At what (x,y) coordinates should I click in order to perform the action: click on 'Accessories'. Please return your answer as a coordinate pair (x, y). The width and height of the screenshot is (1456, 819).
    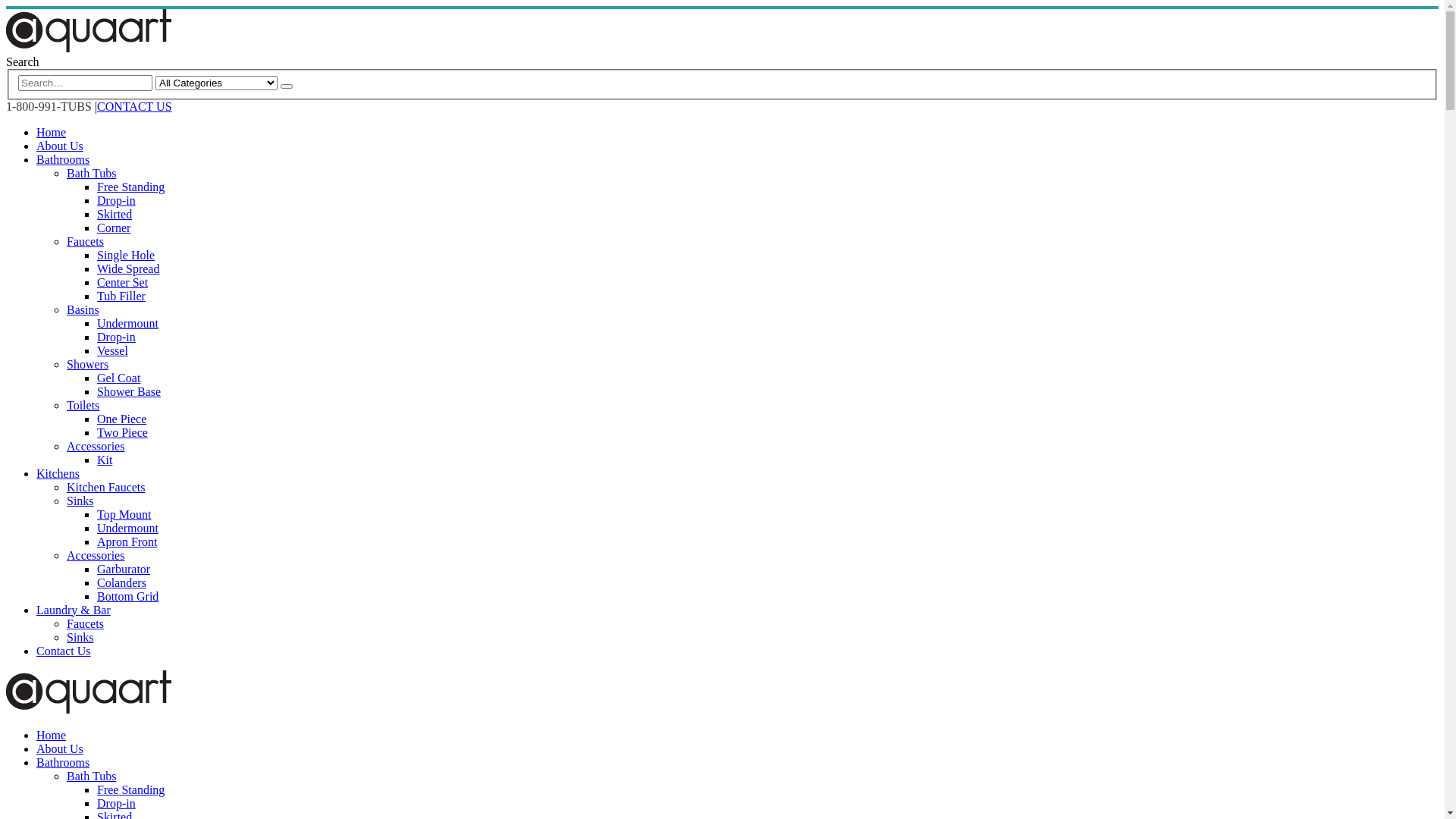
    Looking at the image, I should click on (94, 555).